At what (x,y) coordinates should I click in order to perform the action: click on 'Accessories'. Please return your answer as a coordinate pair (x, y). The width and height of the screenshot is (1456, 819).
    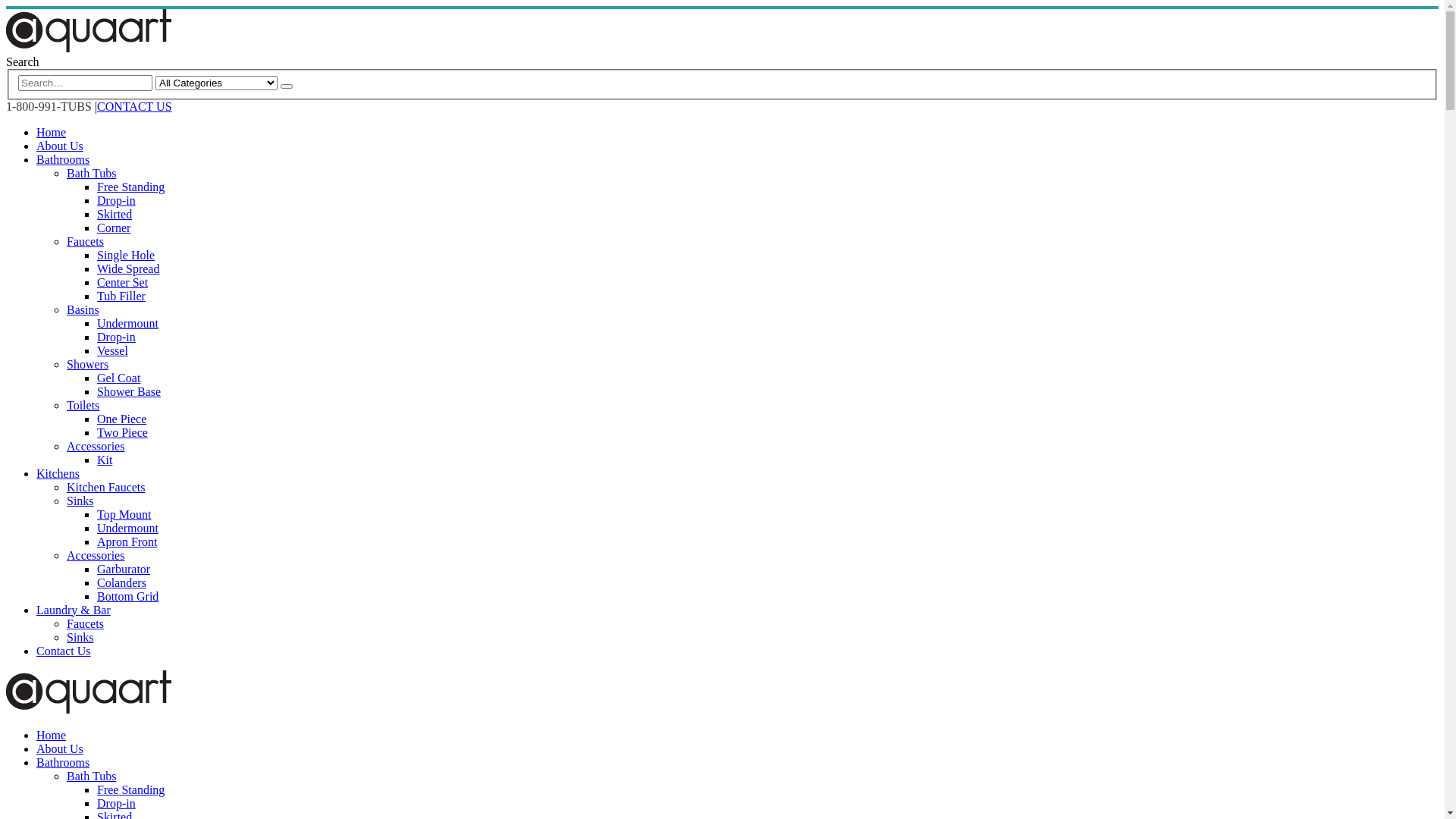
    Looking at the image, I should click on (94, 555).